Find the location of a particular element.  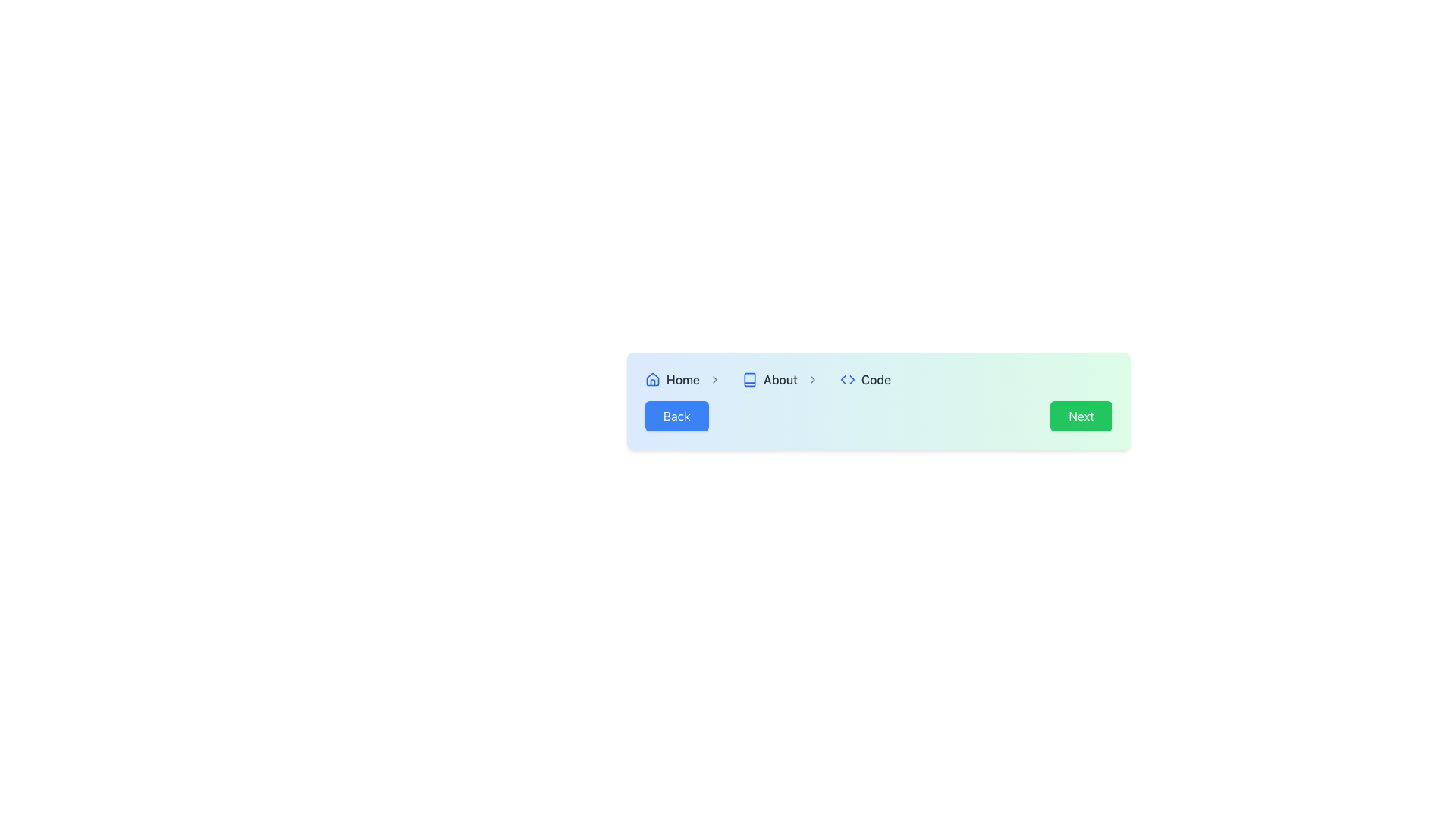

the blue book icon located in the breadcrumb navigation bar, which is positioned to the left of the 'About' text is located at coordinates (749, 379).